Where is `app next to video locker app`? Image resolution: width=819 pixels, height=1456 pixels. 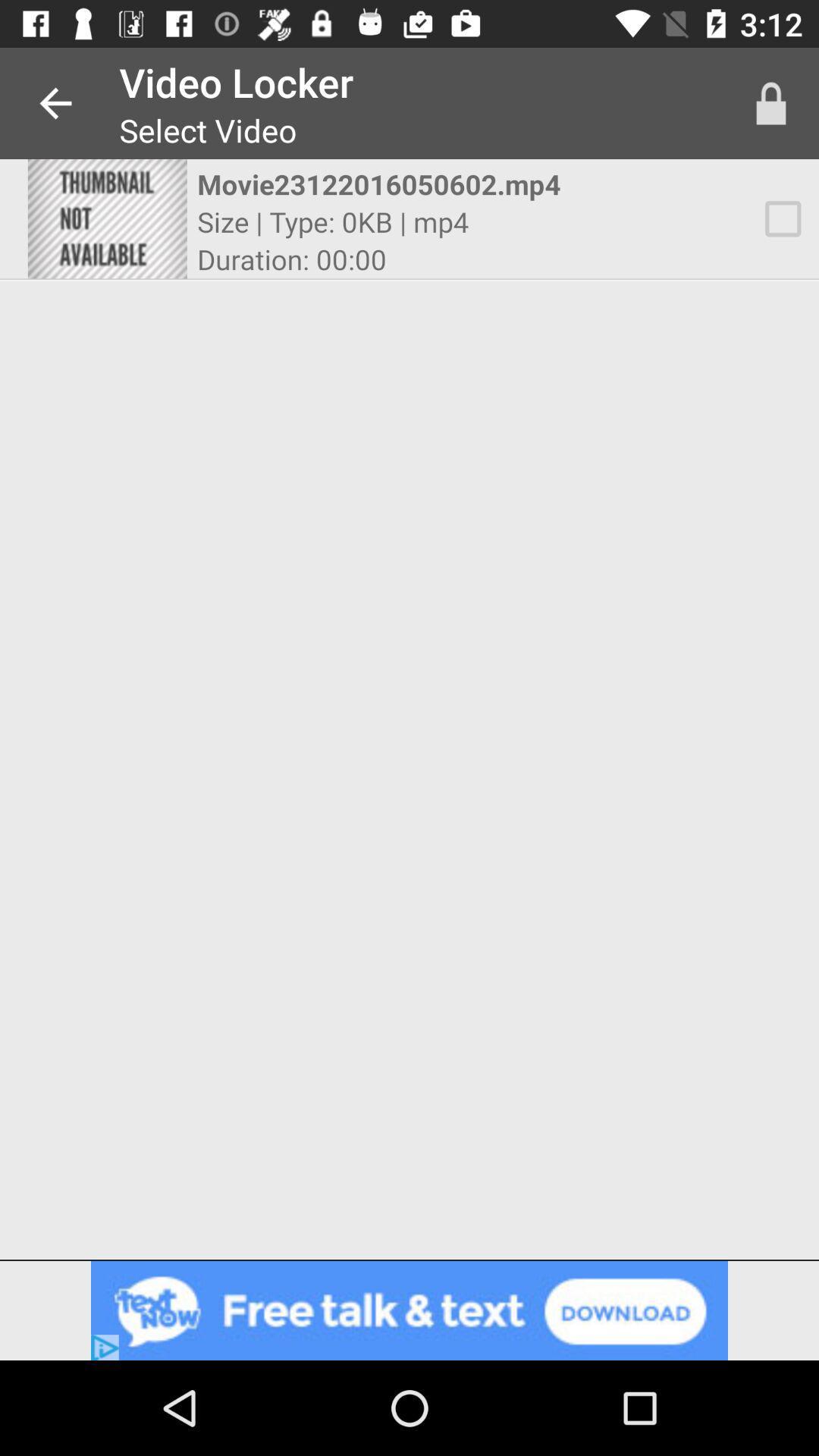
app next to video locker app is located at coordinates (55, 102).